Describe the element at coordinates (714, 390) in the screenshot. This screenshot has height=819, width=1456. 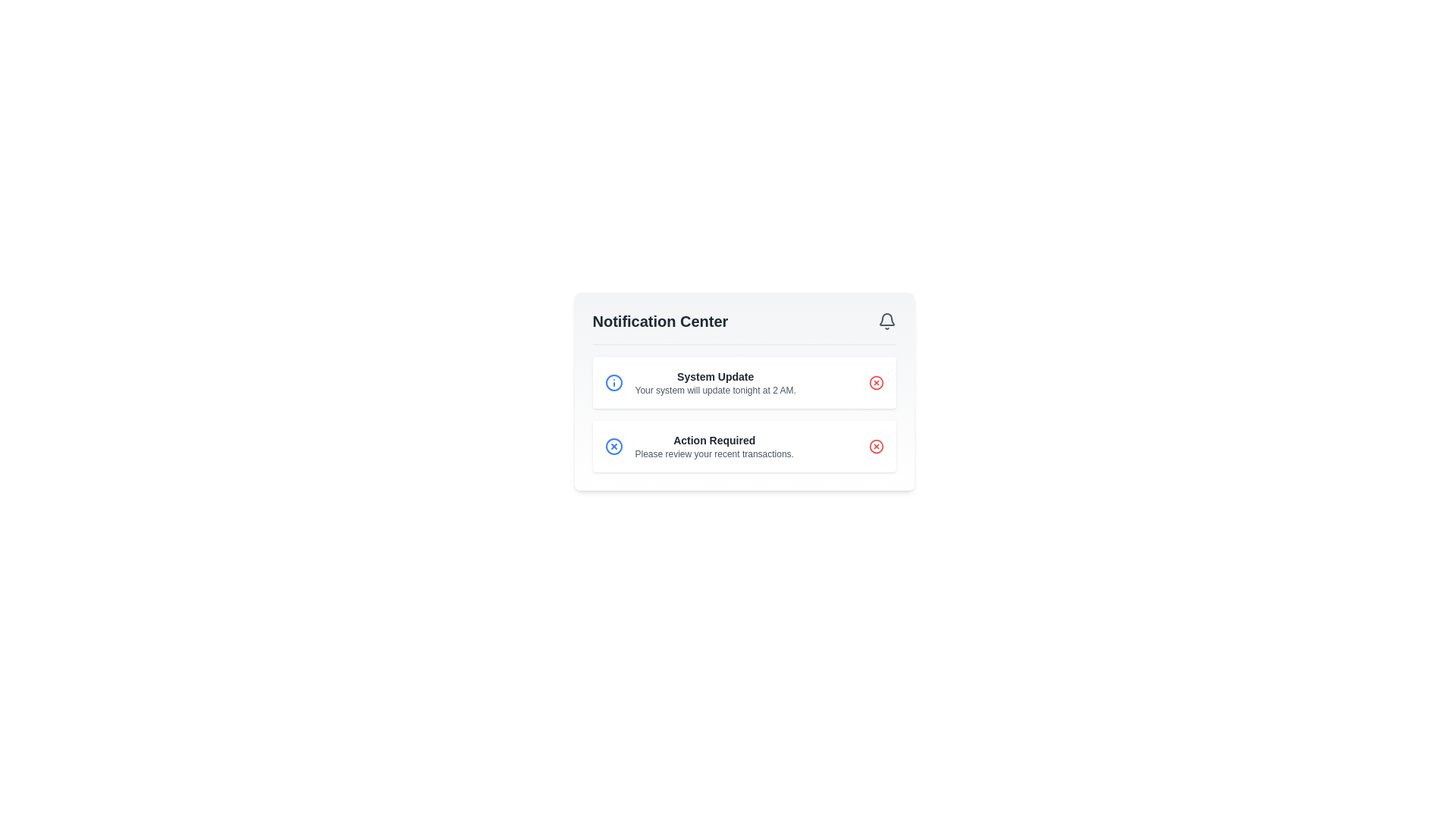
I see `the text label informing about the upcoming system update scheduled at 2 AM in the Notification Center interface` at that location.